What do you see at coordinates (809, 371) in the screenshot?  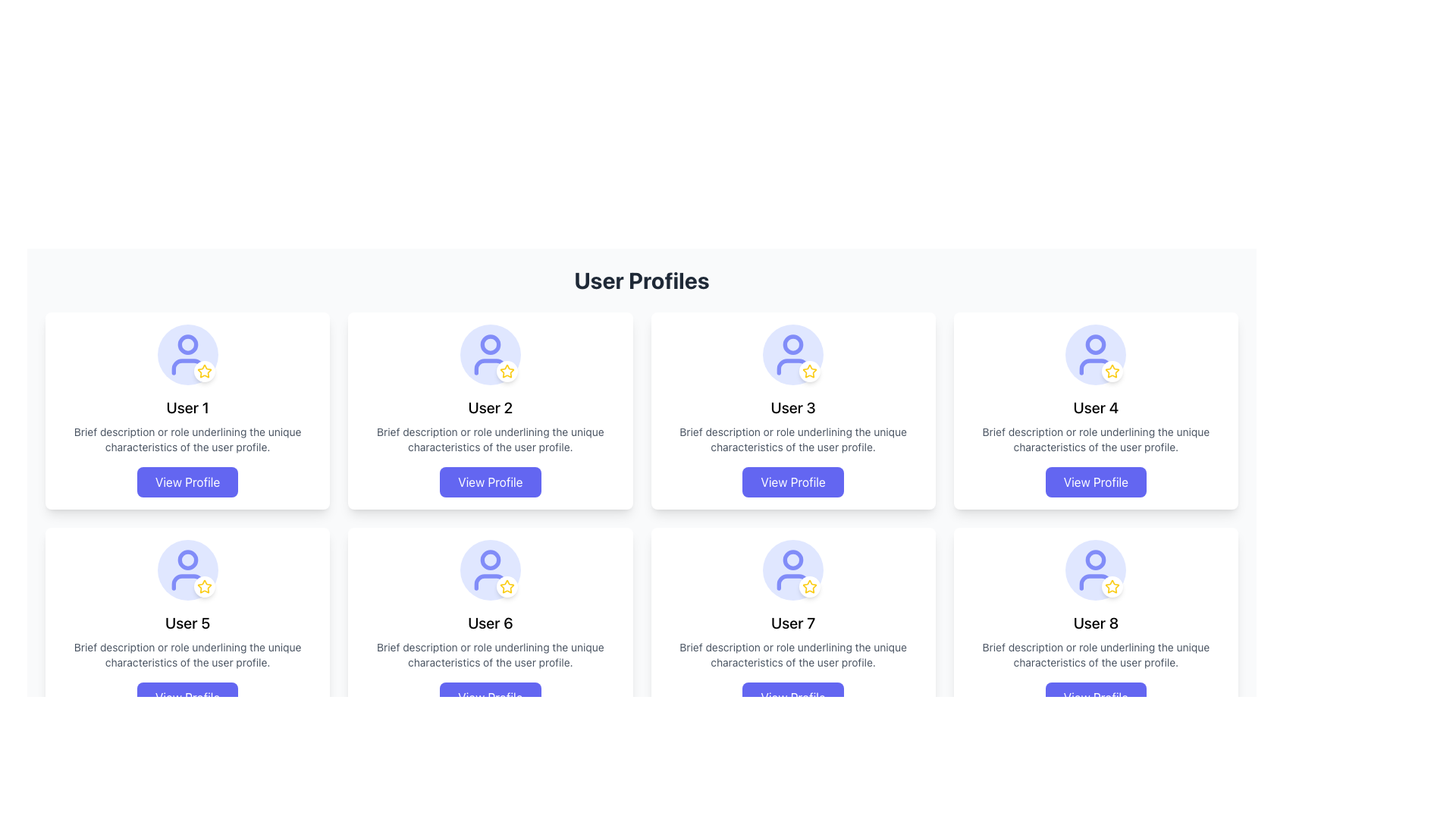 I see `the yellow star icon with a hollow center located at the bottom-right corner of the user profile card labeled 'User 3'` at bounding box center [809, 371].